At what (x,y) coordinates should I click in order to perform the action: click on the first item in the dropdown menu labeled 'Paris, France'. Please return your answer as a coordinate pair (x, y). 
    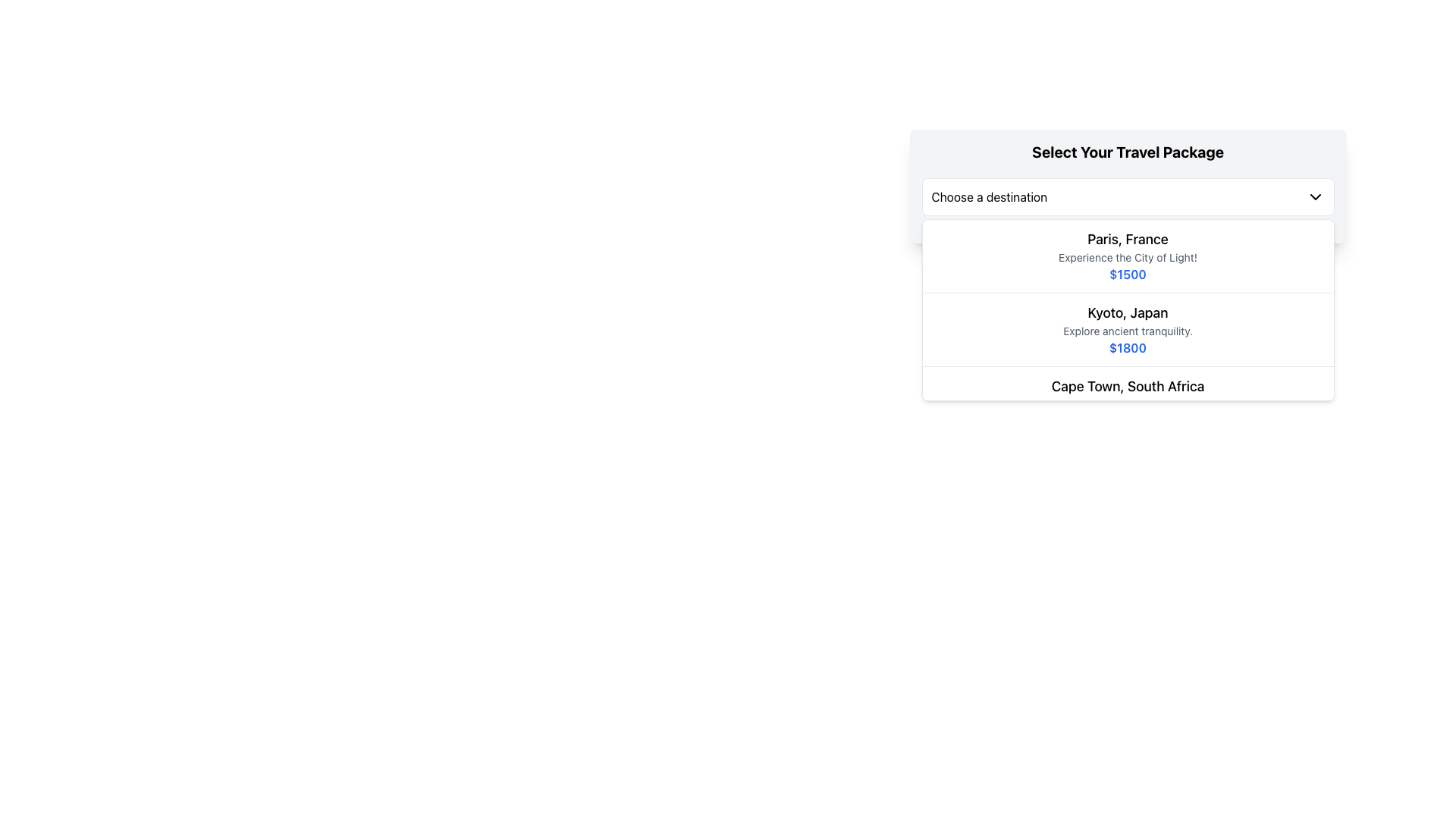
    Looking at the image, I should click on (1128, 256).